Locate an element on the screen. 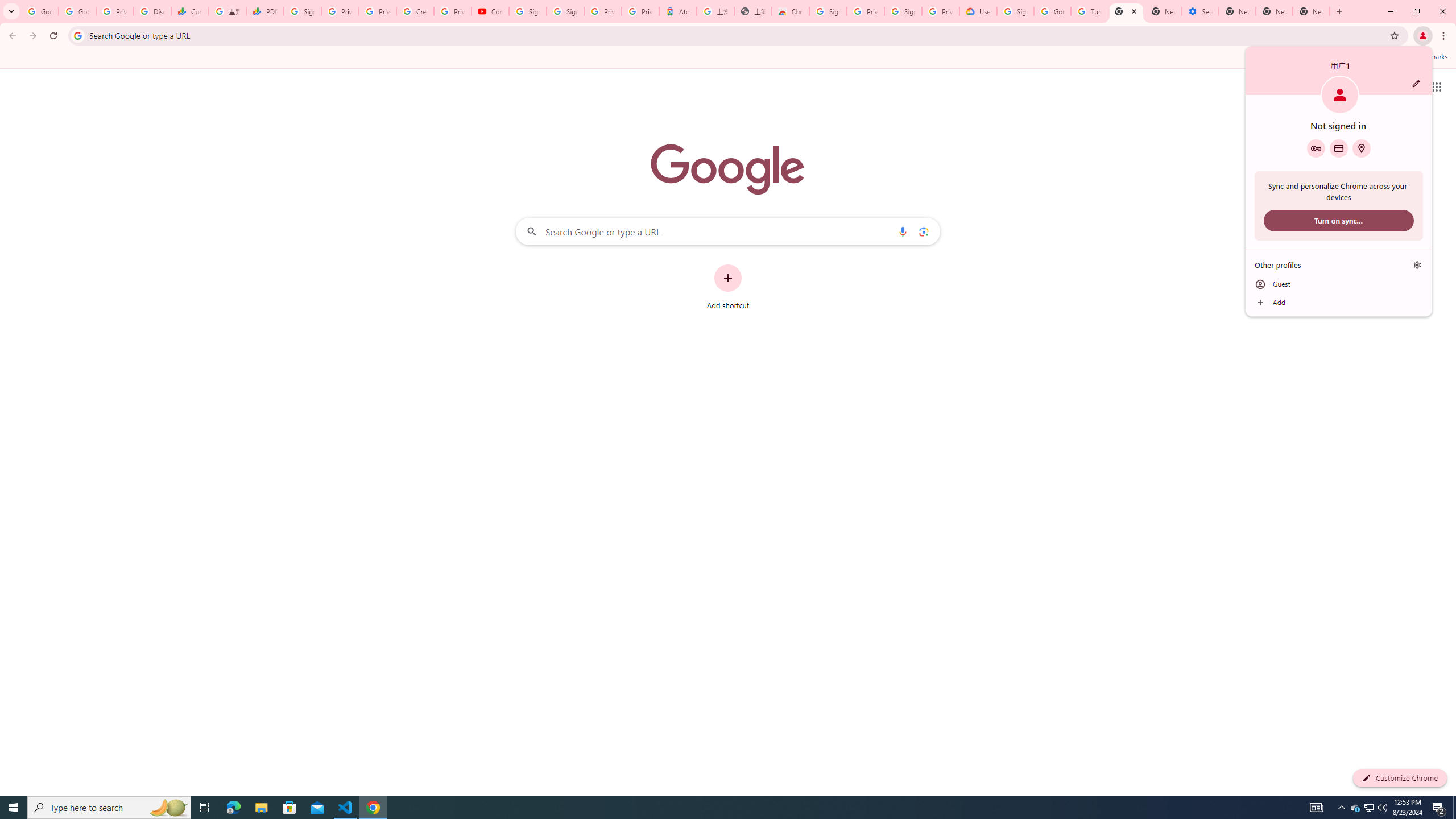 This screenshot has height=819, width=1456. 'Add' is located at coordinates (1338, 303).